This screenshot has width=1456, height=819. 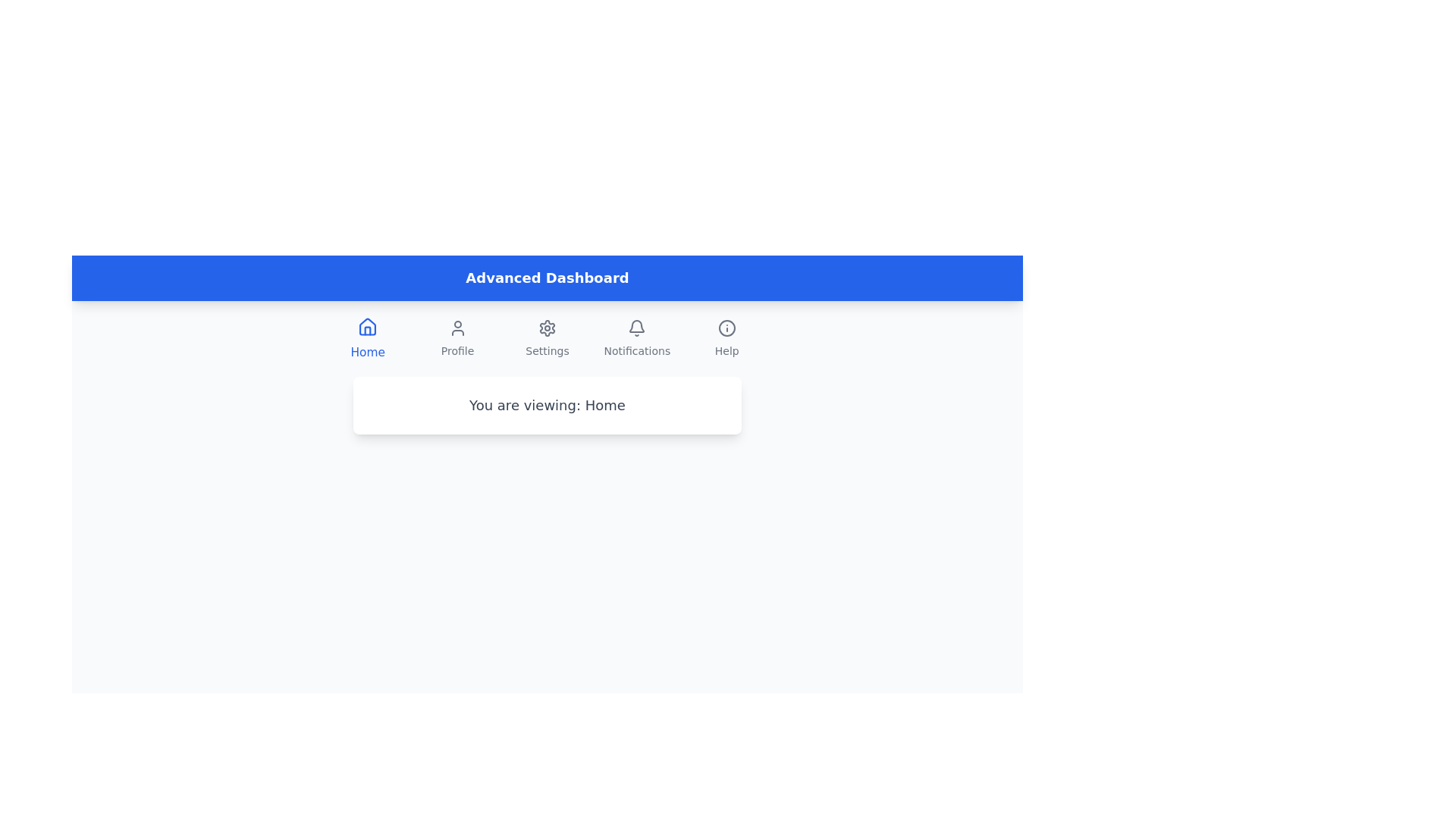 What do you see at coordinates (546, 327) in the screenshot?
I see `the settings icon button located in the navigation bar below the 'Advanced Dashboard' title` at bounding box center [546, 327].